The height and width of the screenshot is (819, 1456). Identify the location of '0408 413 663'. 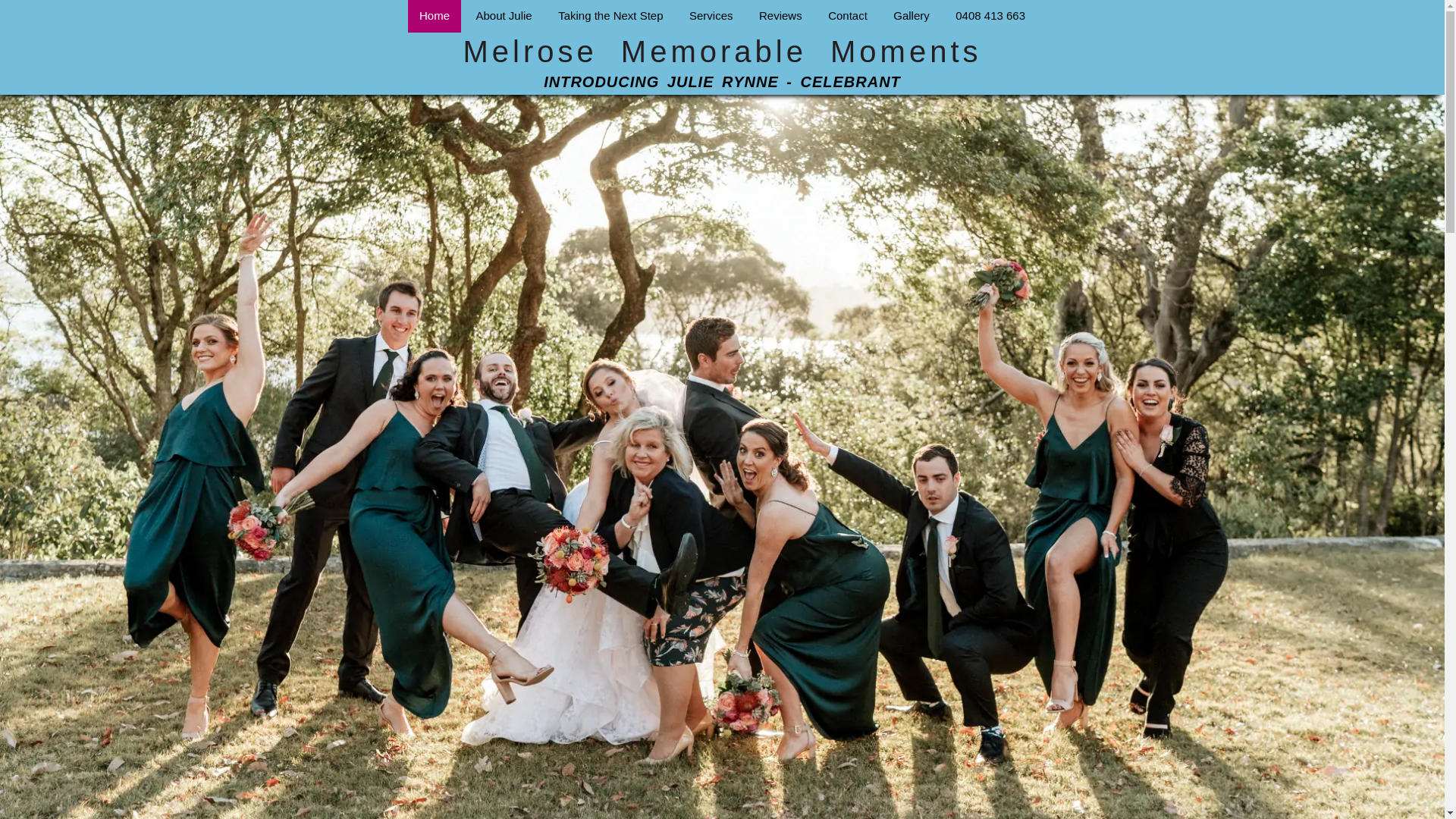
(990, 16).